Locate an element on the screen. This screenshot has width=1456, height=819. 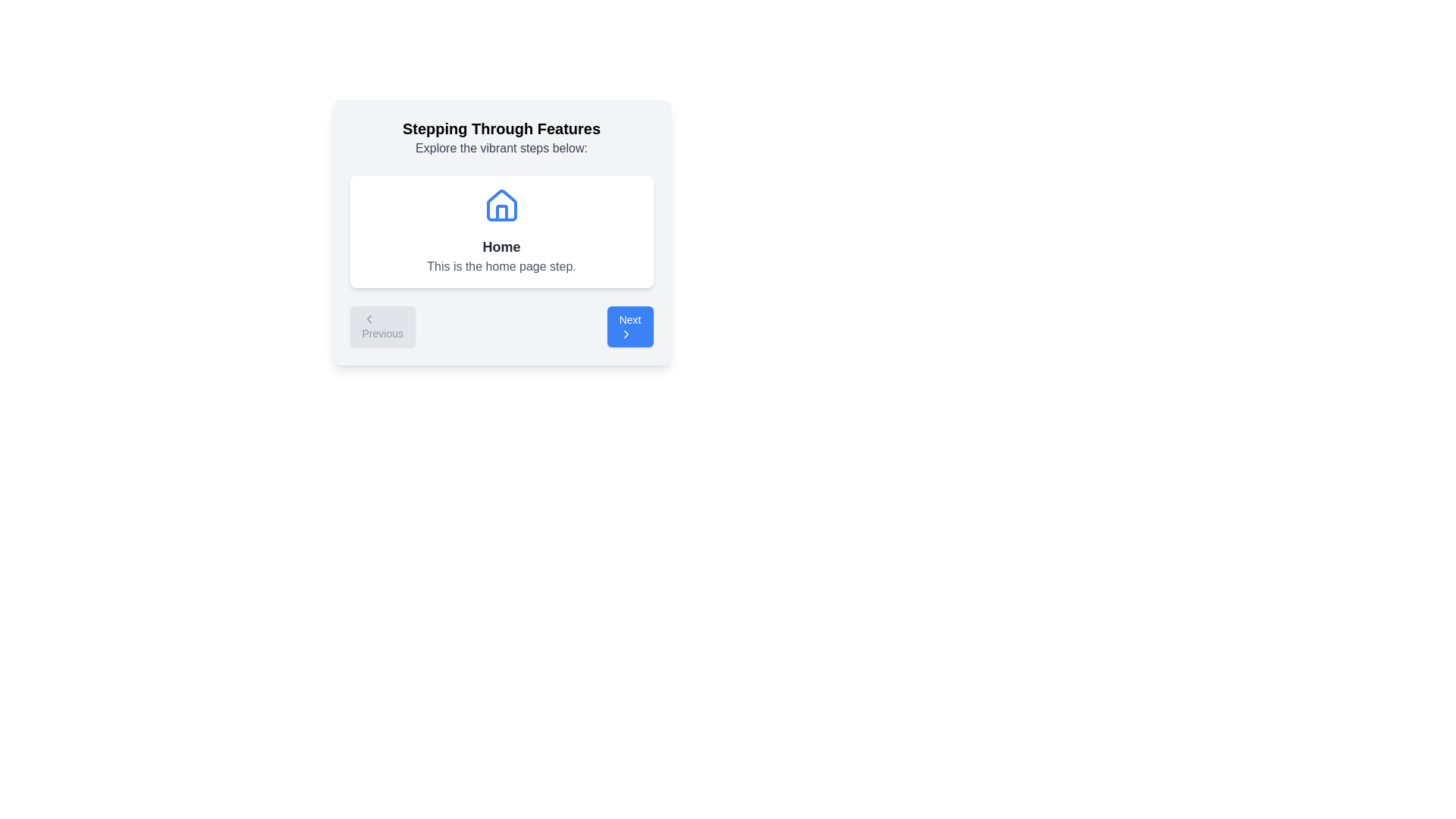
the blue-colored house icon with a two-line roof design, located in the center of the card section above the 'Home' label is located at coordinates (501, 206).